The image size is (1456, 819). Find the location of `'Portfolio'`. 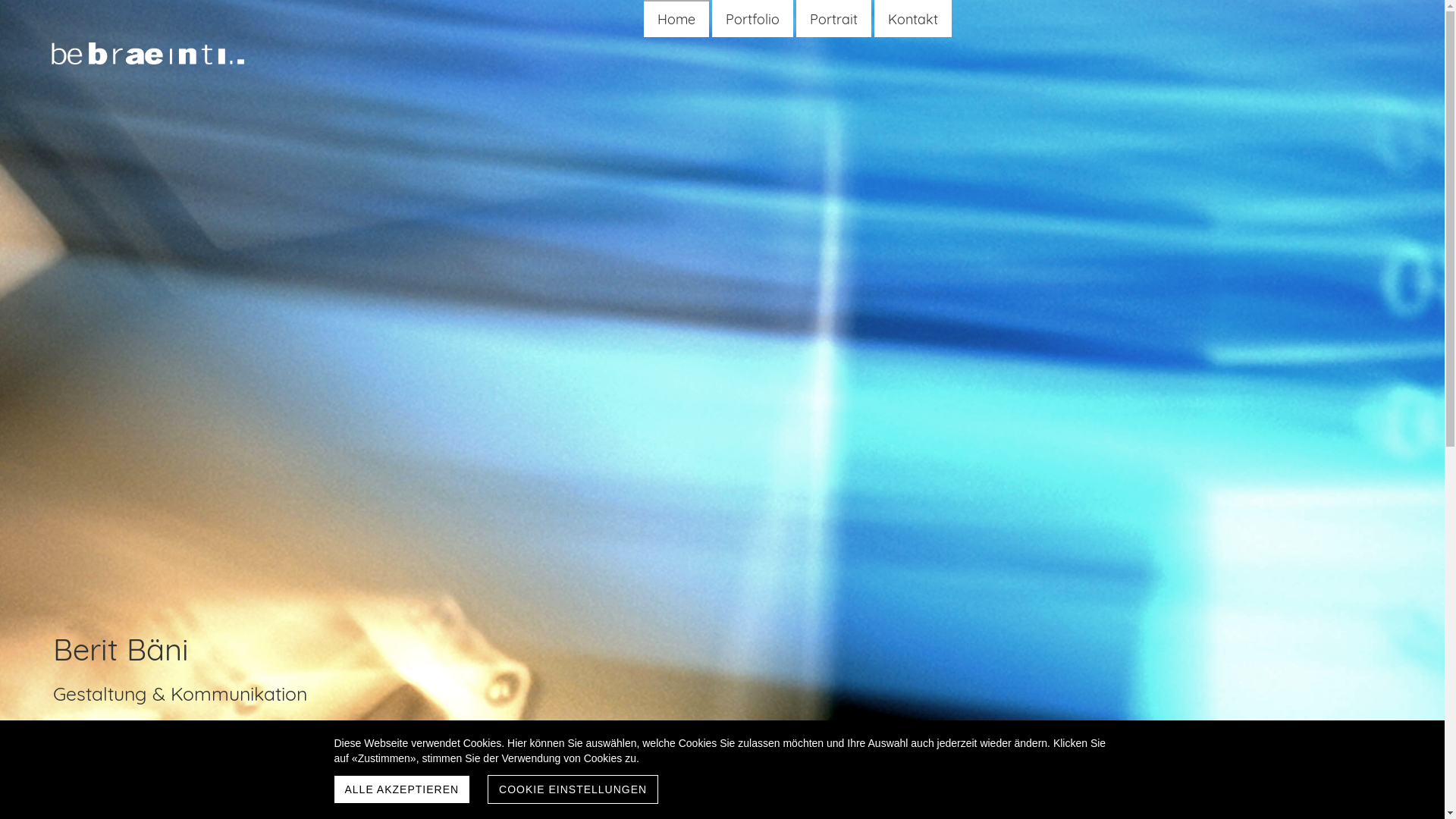

'Portfolio' is located at coordinates (752, 19).